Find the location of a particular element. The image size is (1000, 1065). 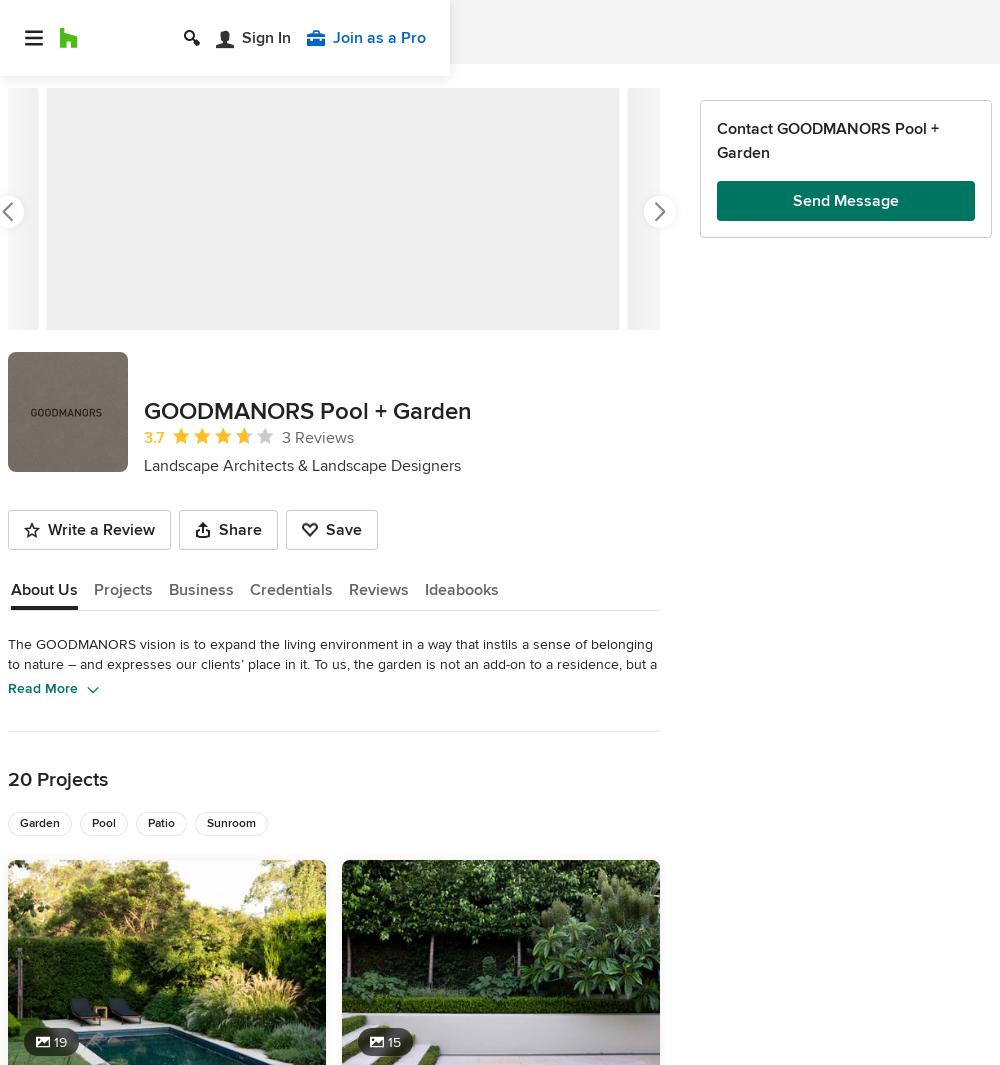

'19' is located at coordinates (60, 1041).